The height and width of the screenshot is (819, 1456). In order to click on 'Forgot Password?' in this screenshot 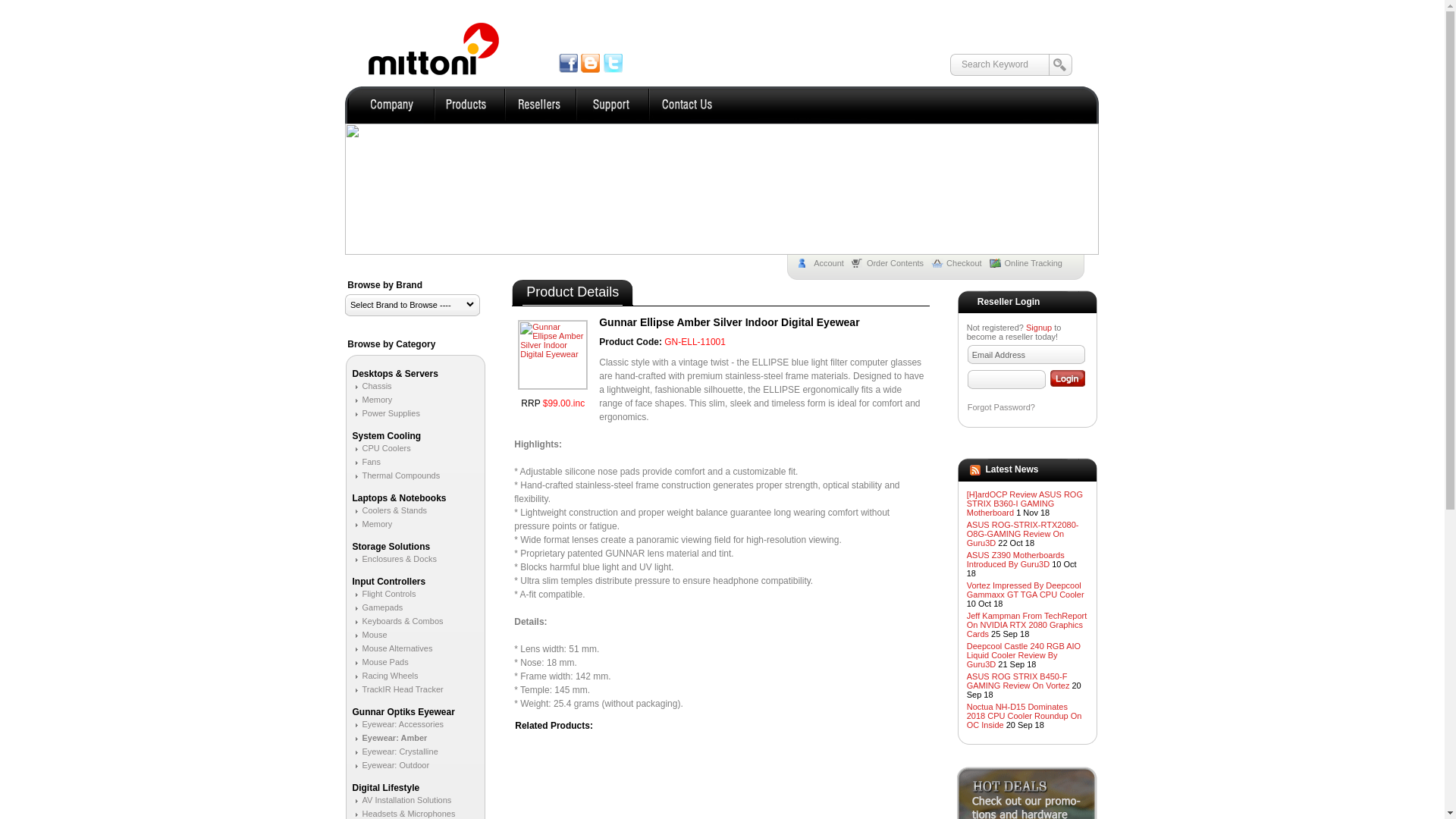, I will do `click(967, 406)`.